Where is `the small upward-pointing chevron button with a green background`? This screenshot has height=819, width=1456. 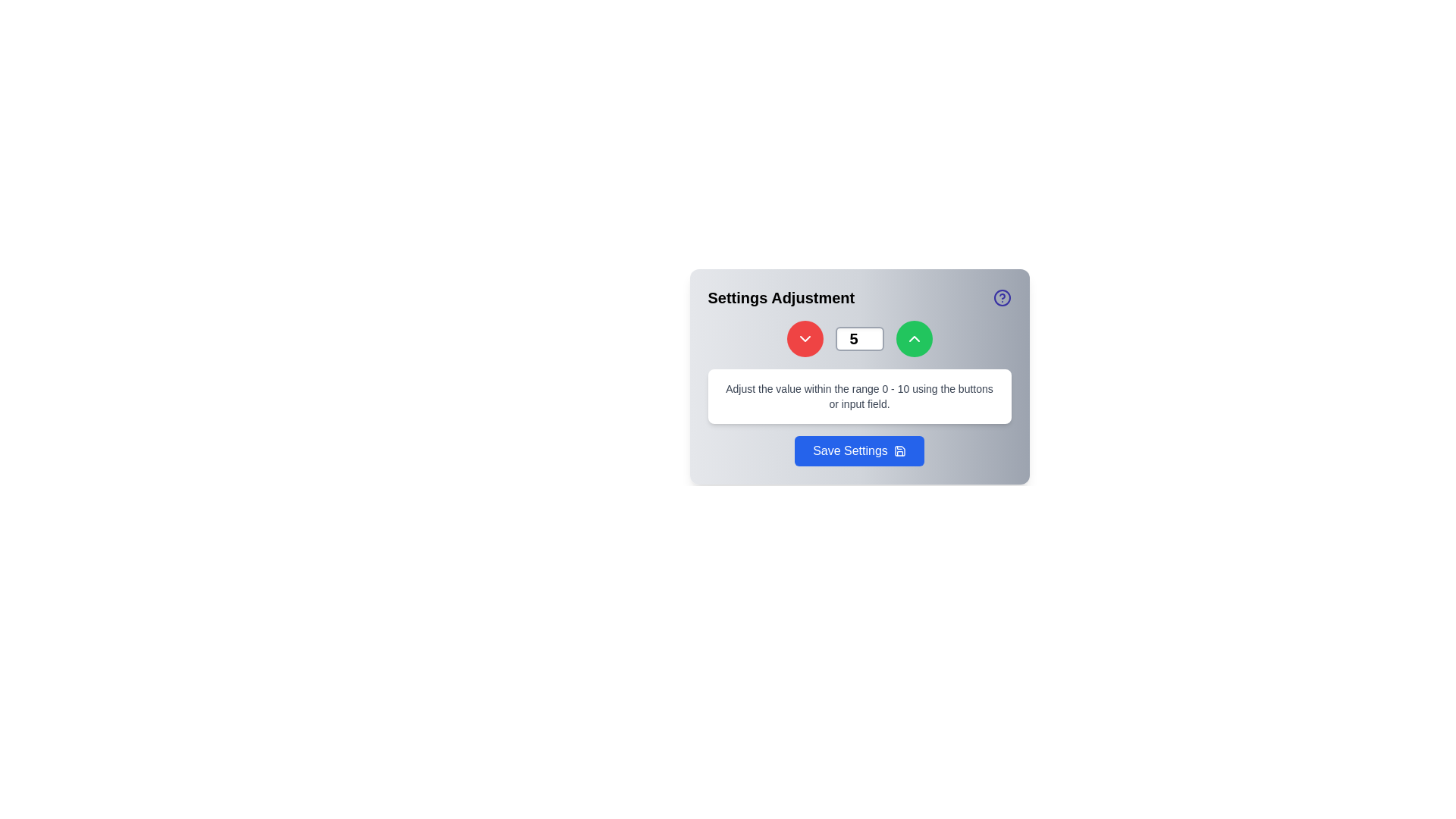 the small upward-pointing chevron button with a green background is located at coordinates (913, 338).